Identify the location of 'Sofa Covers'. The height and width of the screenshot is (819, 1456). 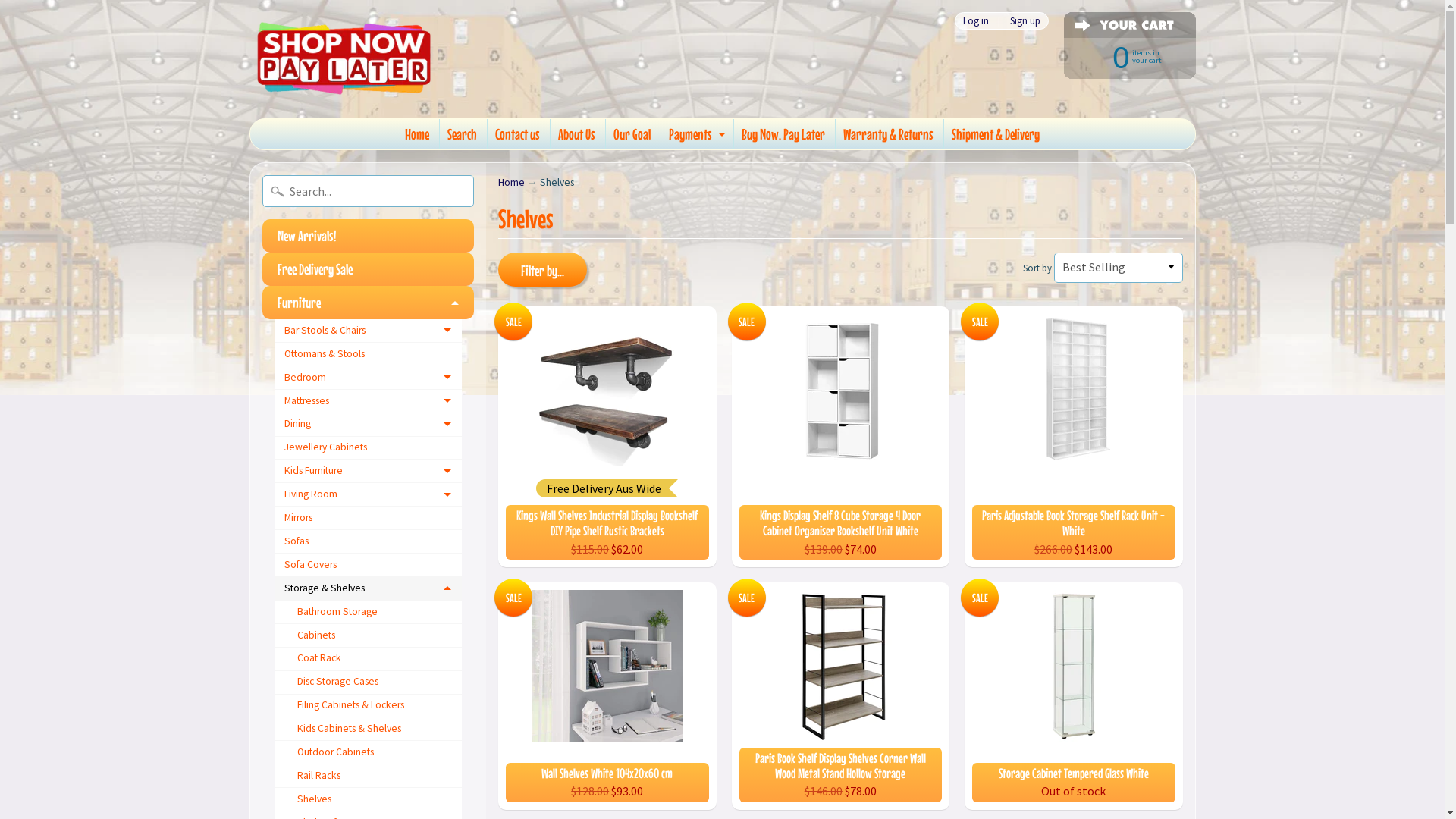
(368, 565).